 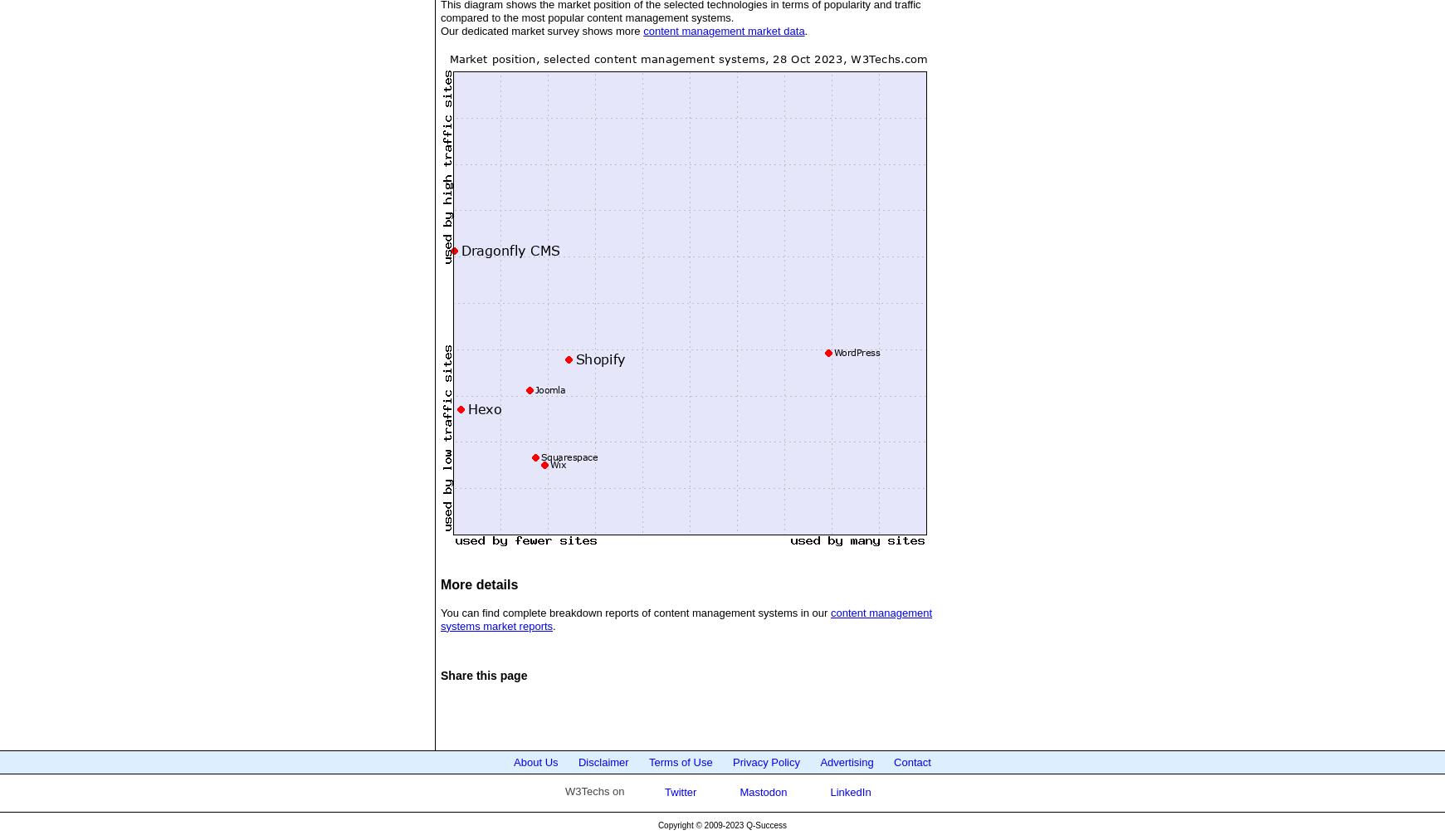 I want to click on 'Share this page', so click(x=484, y=674).